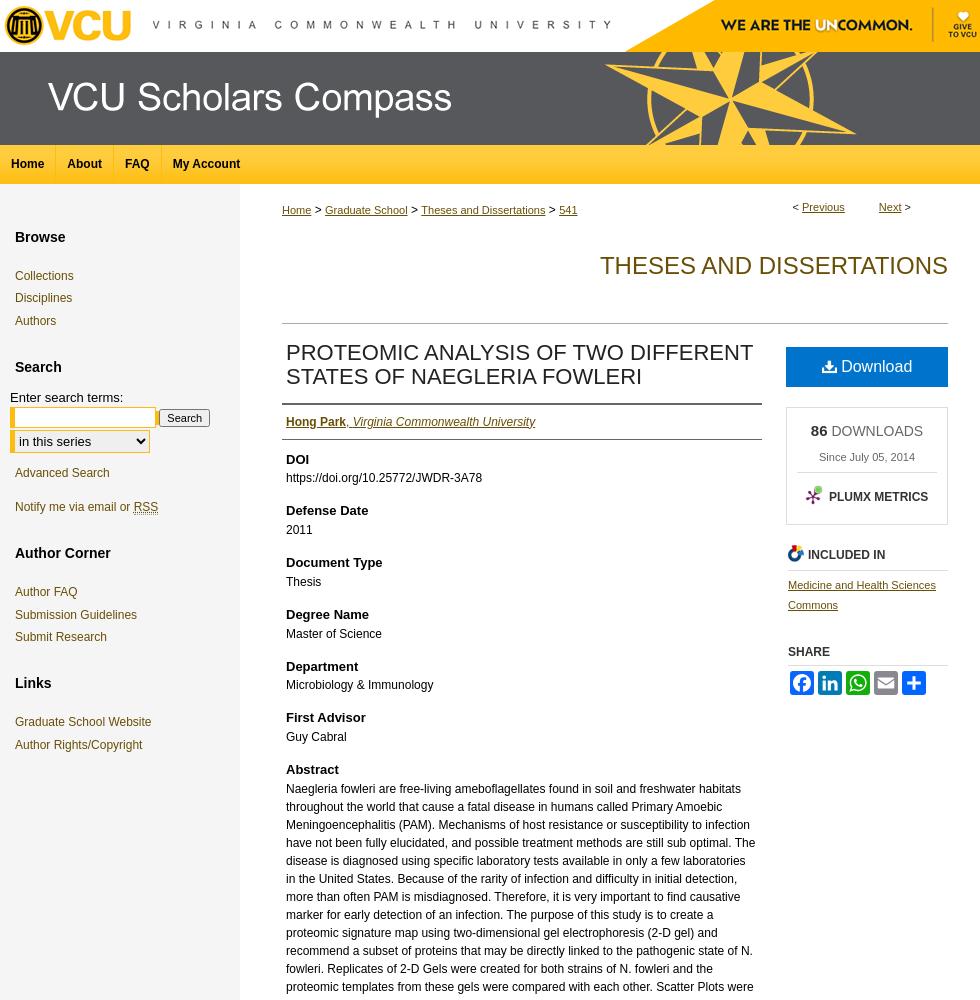  Describe the element at coordinates (861, 593) in the screenshot. I see `'Medicine and Health Sciences Commons'` at that location.